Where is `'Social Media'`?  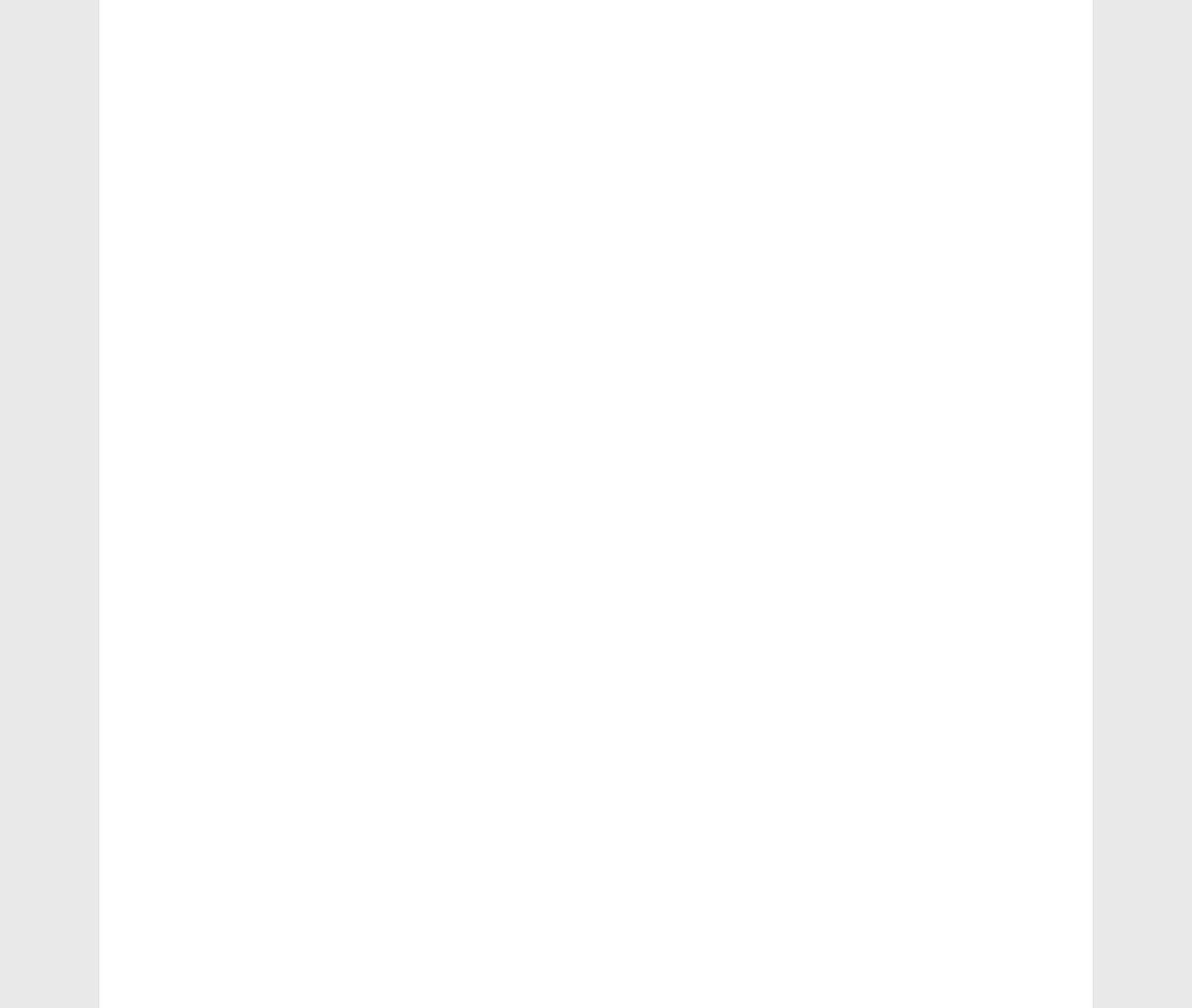 'Social Media' is located at coordinates (192, 990).